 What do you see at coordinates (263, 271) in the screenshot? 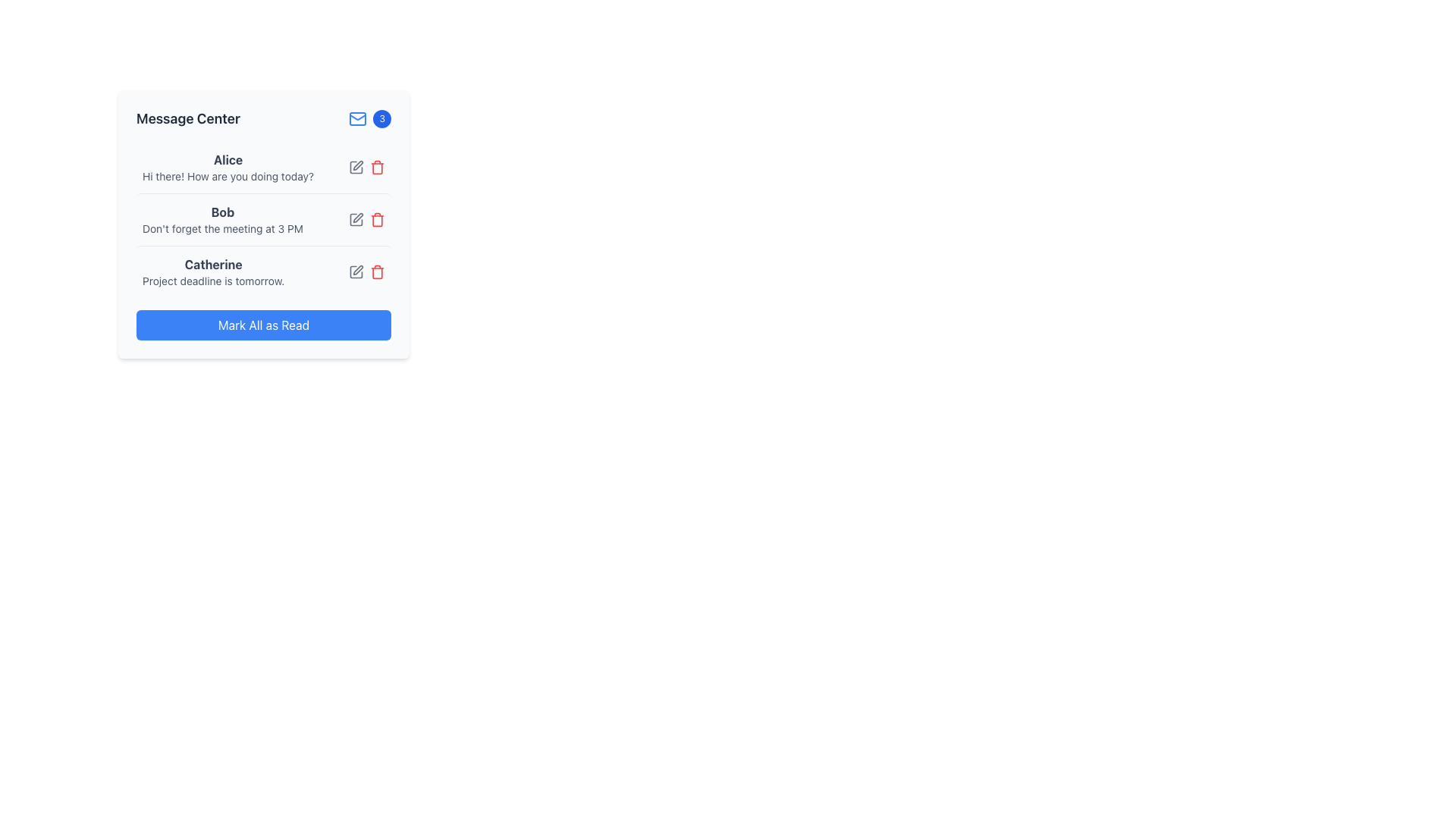
I see `the message entry from the third position` at bounding box center [263, 271].